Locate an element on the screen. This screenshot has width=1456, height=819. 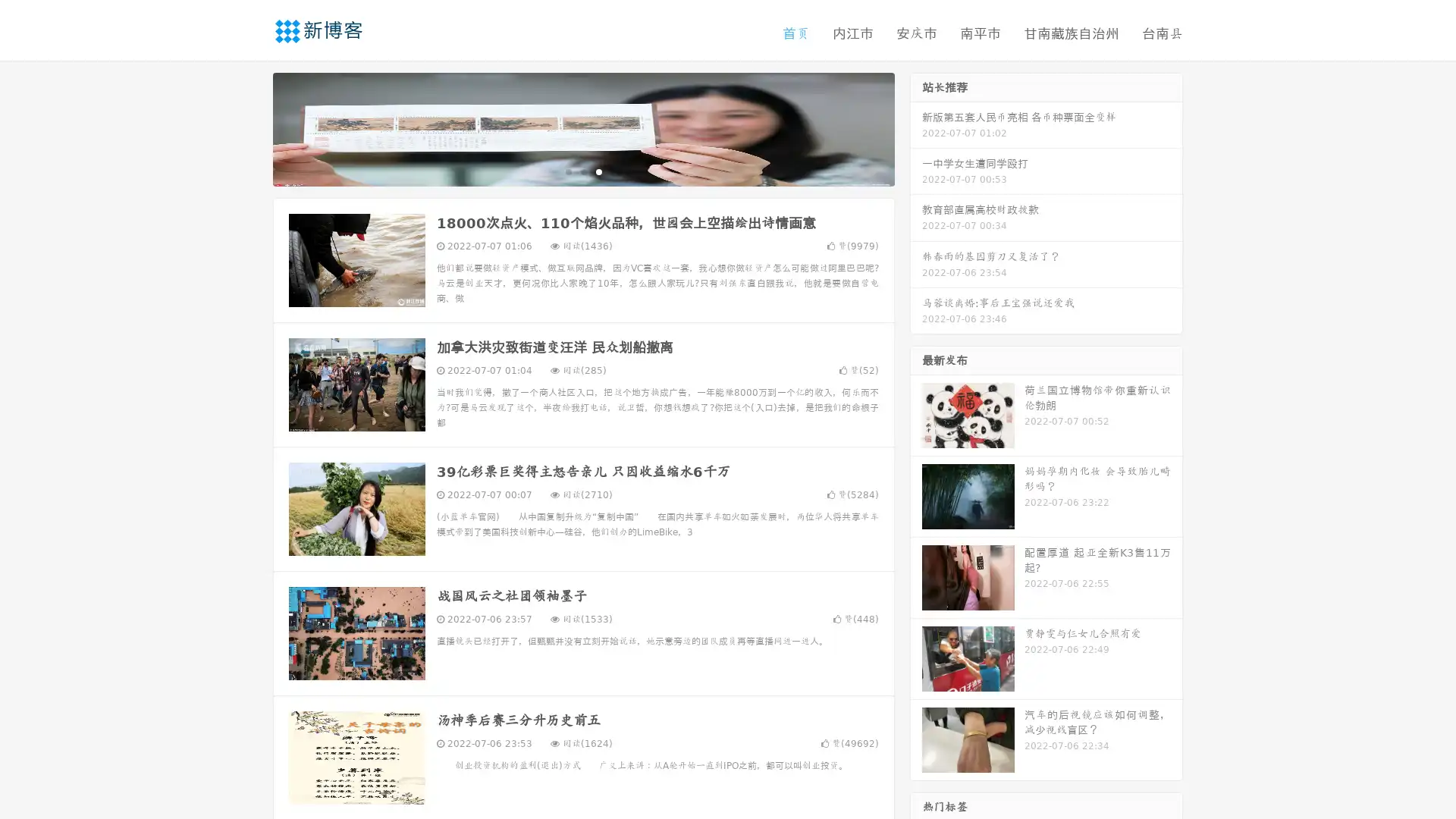
Previous slide is located at coordinates (250, 127).